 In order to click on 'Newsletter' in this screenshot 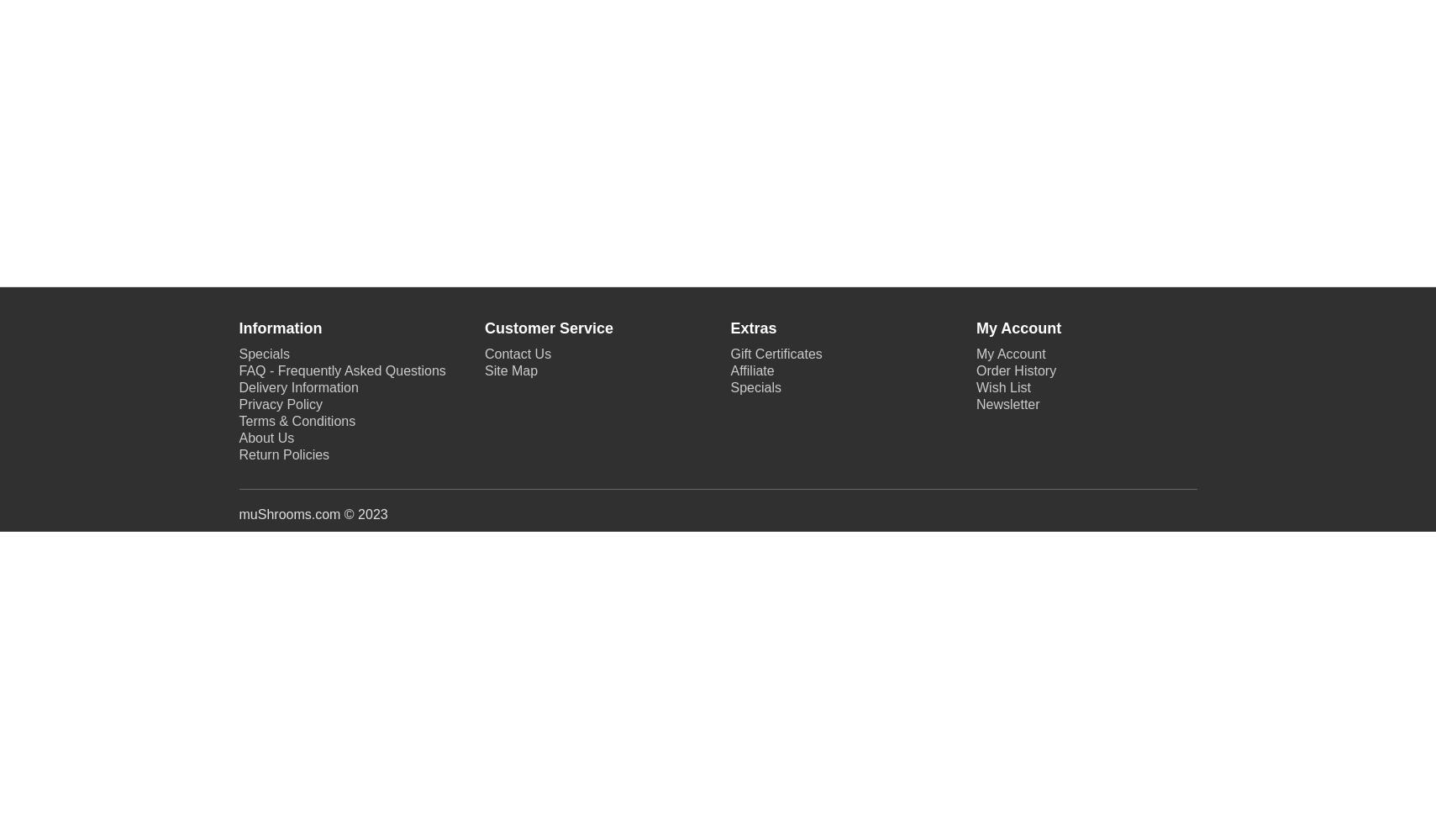, I will do `click(1007, 403)`.